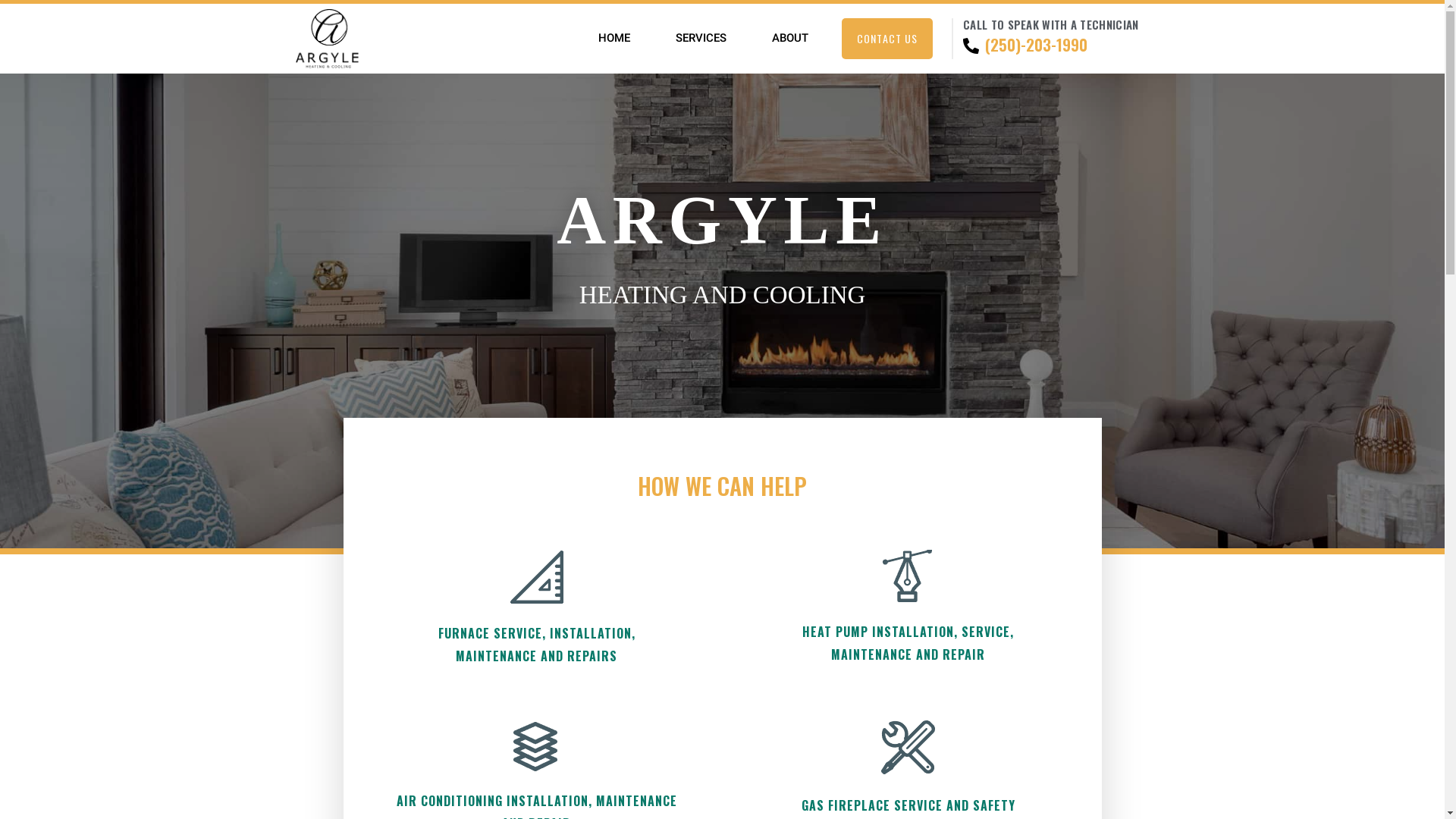 This screenshot has width=1456, height=819. Describe the element at coordinates (789, 37) in the screenshot. I see `'ABOUT'` at that location.